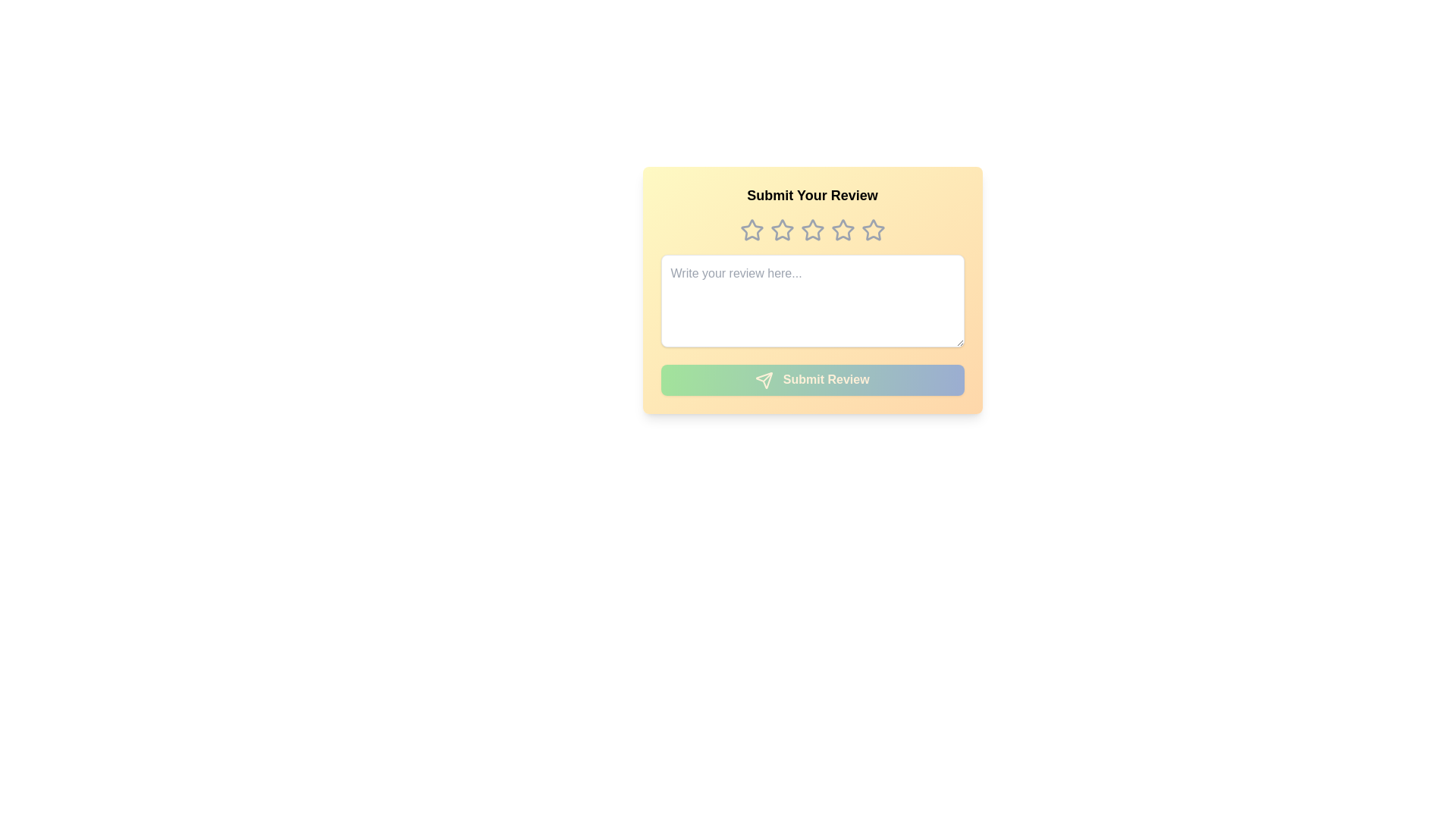 The width and height of the screenshot is (1456, 819). Describe the element at coordinates (764, 379) in the screenshot. I see `the 'Submit Review' button which contains the graphical icon indicating submission of review content` at that location.